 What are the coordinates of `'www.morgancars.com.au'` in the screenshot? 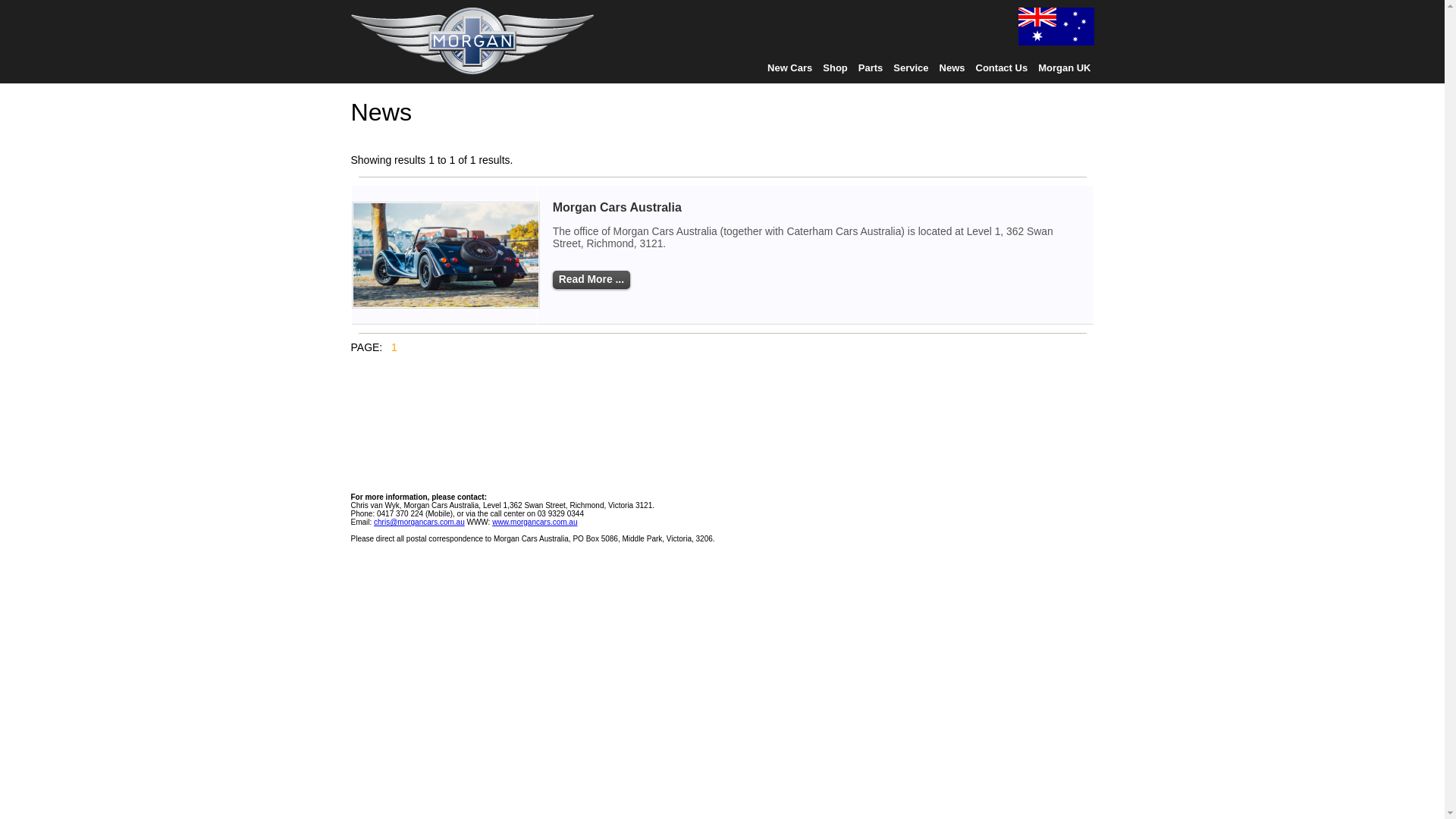 It's located at (535, 521).